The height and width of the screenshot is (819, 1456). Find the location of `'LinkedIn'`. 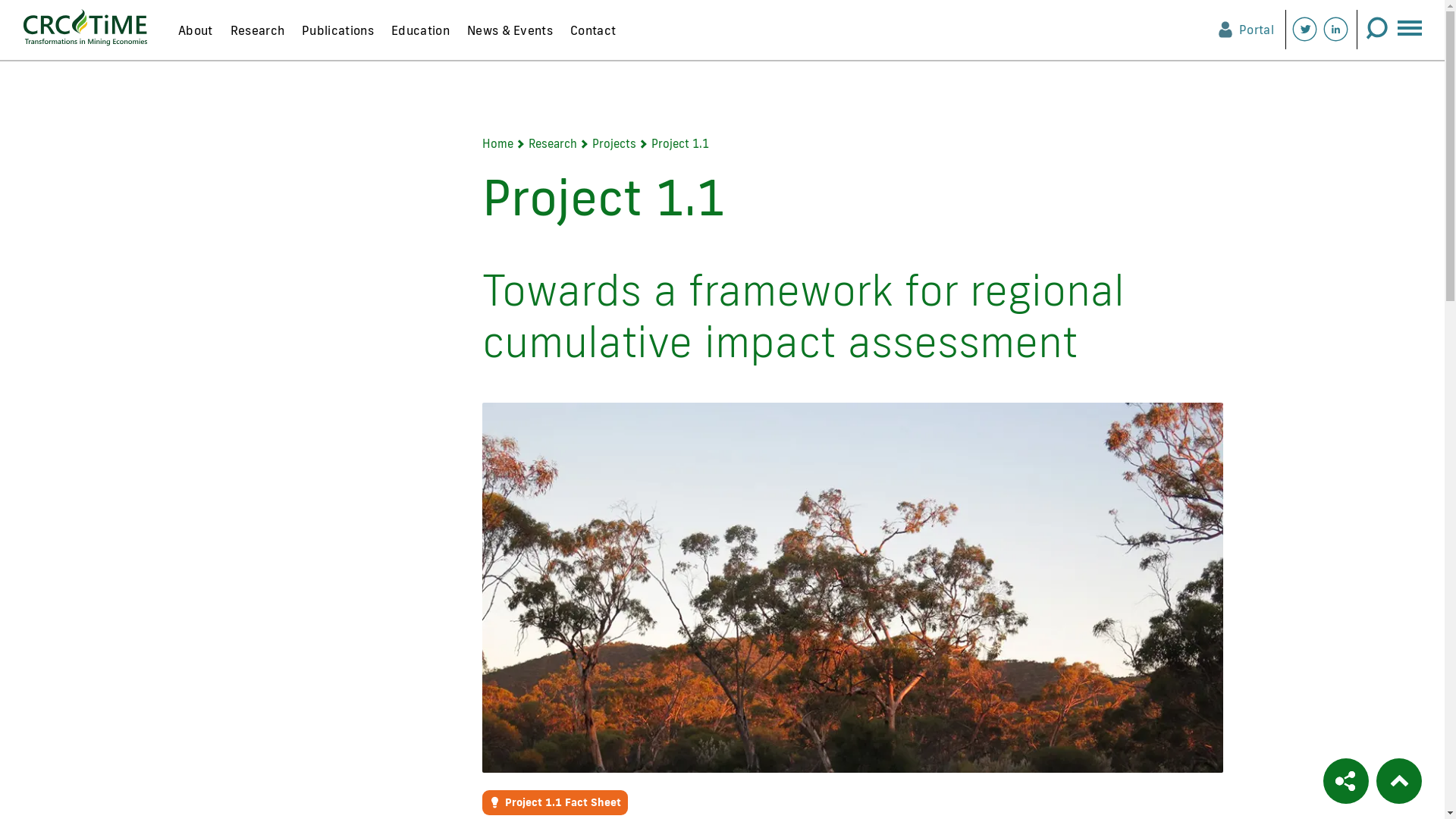

'LinkedIn' is located at coordinates (1335, 29).